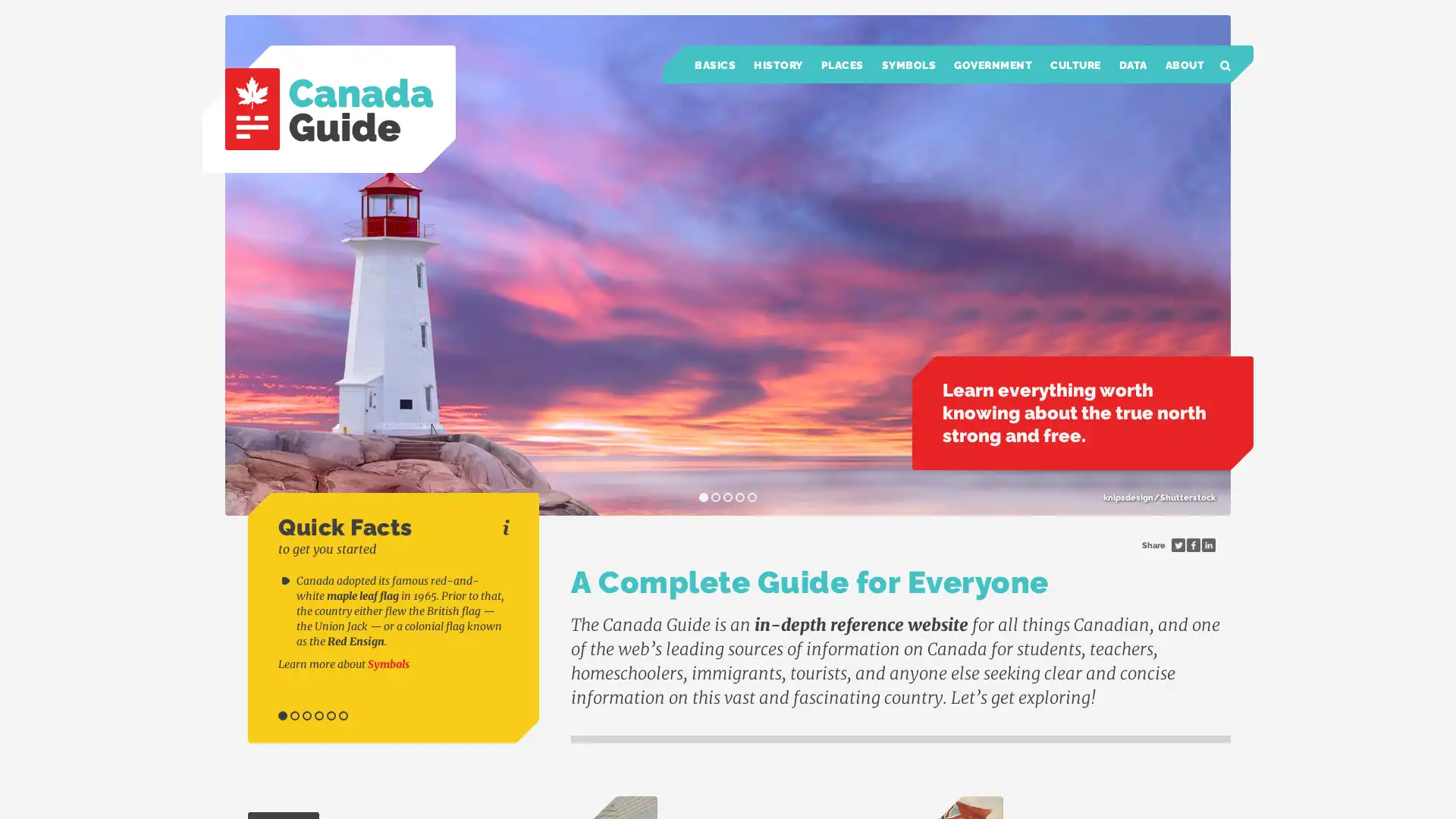  What do you see at coordinates (702, 497) in the screenshot?
I see `Go to slide 1` at bounding box center [702, 497].